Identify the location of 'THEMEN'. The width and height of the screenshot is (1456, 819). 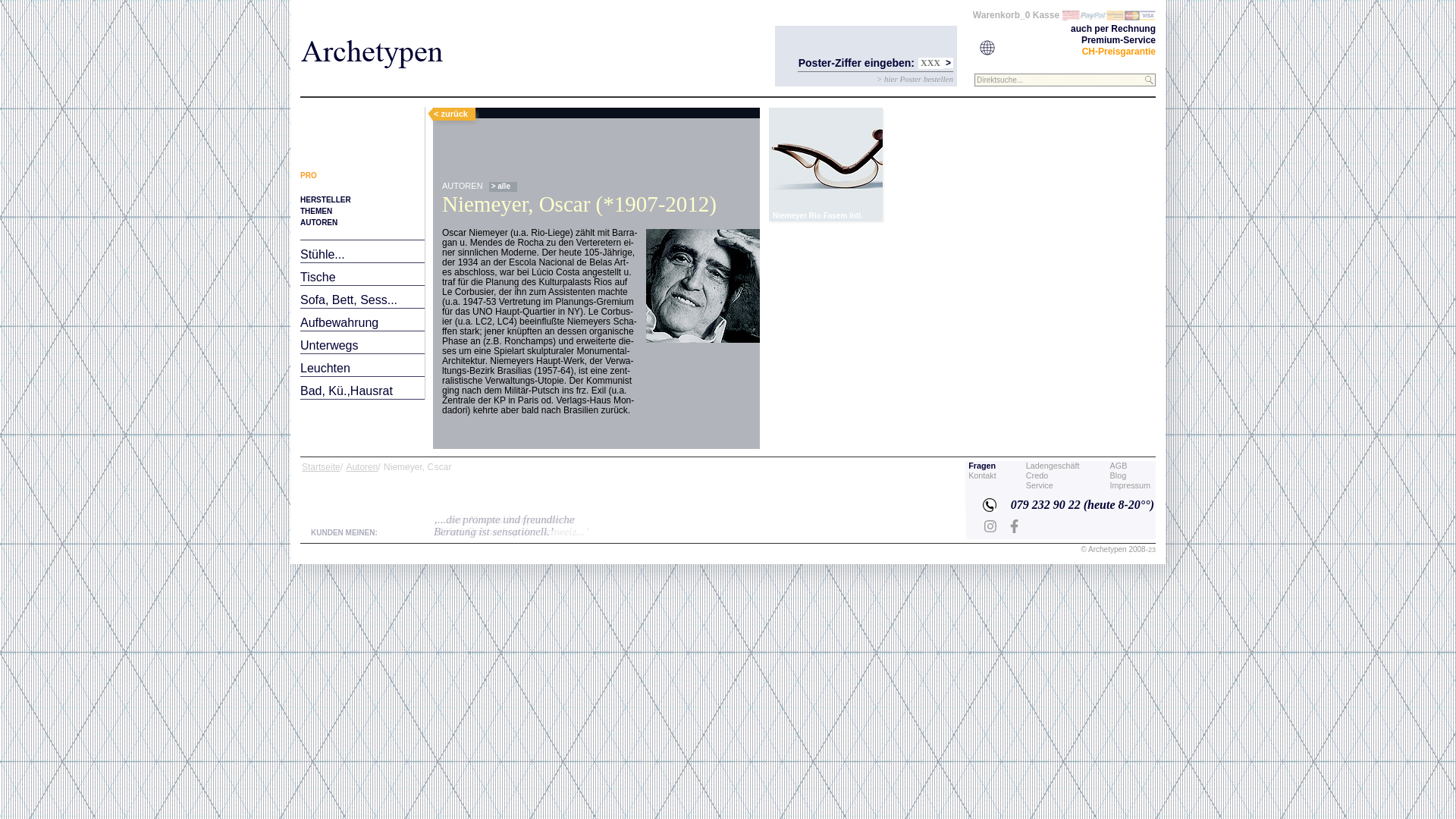
(315, 211).